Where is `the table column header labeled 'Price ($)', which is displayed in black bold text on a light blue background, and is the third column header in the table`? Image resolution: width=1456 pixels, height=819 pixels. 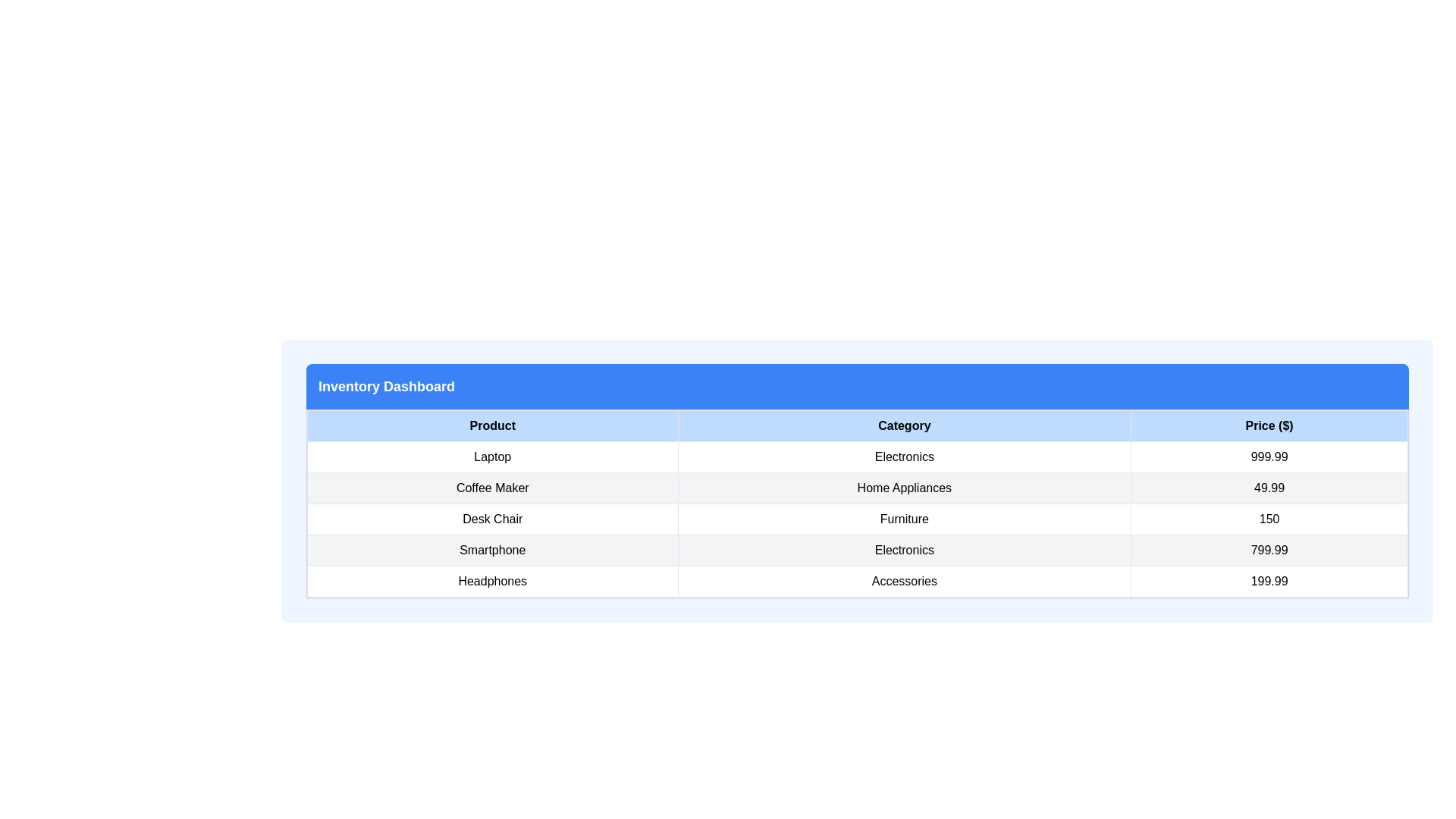
the table column header labeled 'Price ($)', which is displayed in black bold text on a light blue background, and is the third column header in the table is located at coordinates (1269, 426).